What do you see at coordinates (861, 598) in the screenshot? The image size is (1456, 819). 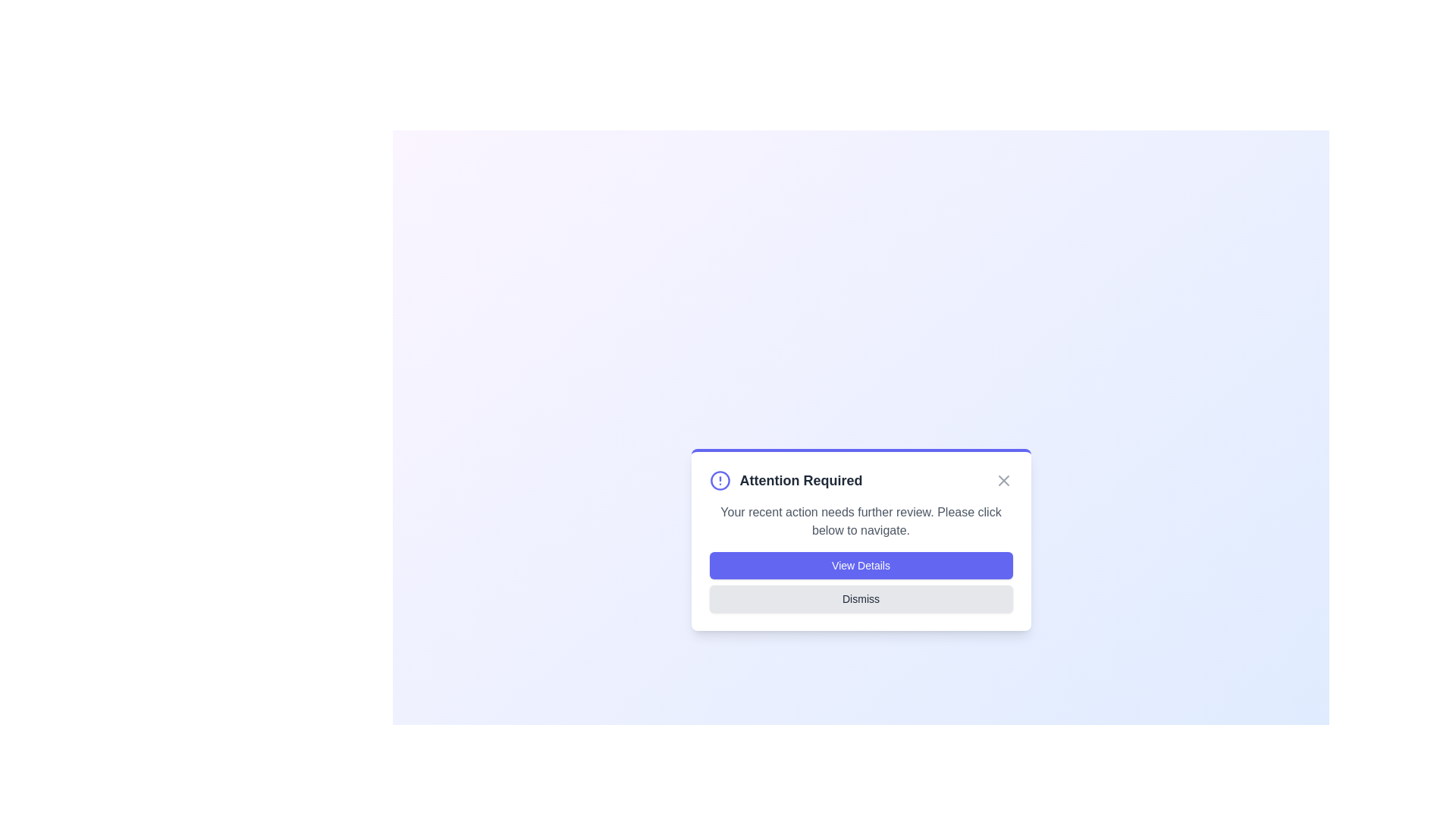 I see `the 'Dismiss' button to close the alert` at bounding box center [861, 598].